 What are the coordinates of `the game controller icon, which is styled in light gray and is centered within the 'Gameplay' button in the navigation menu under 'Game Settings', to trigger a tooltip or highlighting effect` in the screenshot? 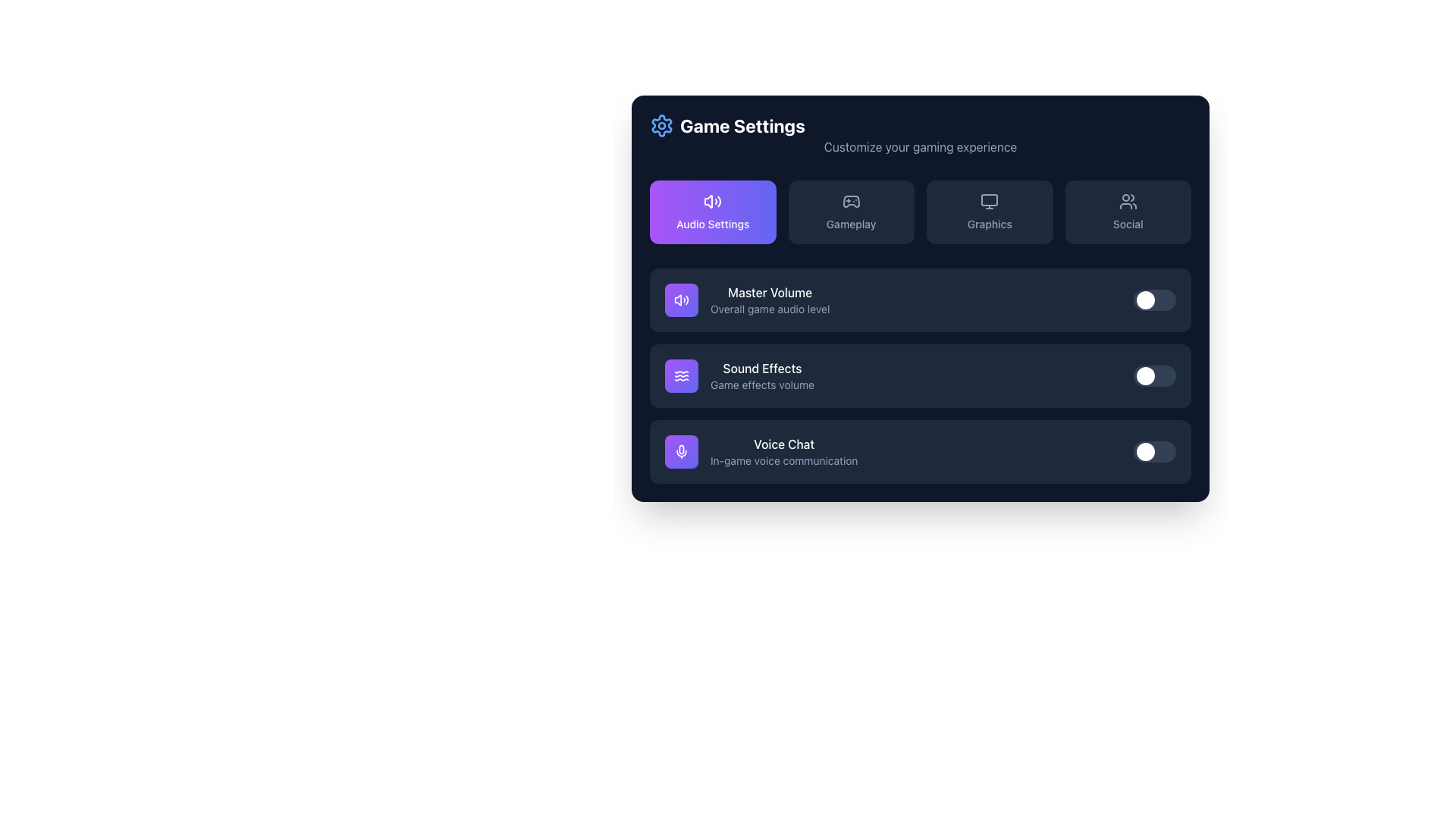 It's located at (851, 201).